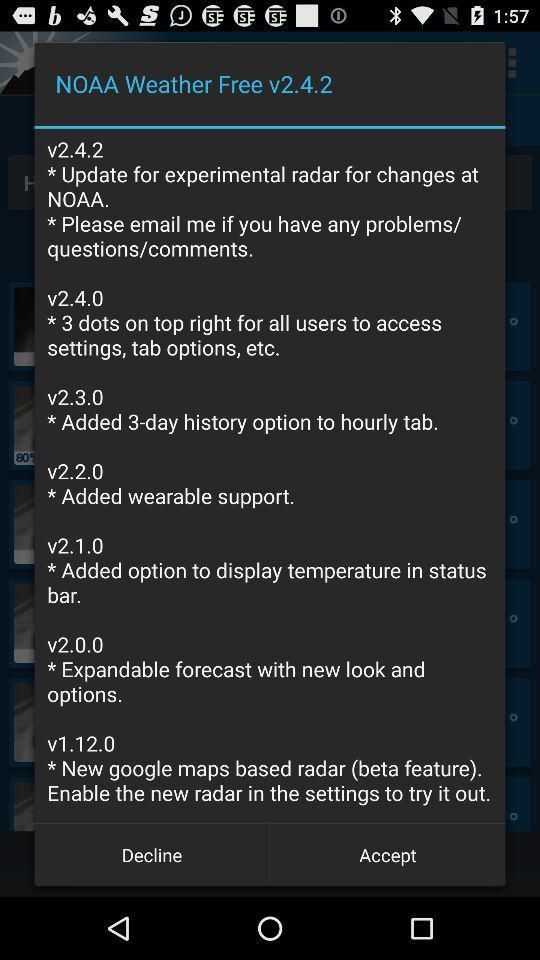 The width and height of the screenshot is (540, 960). What do you see at coordinates (387, 853) in the screenshot?
I see `the button to the right of decline button` at bounding box center [387, 853].